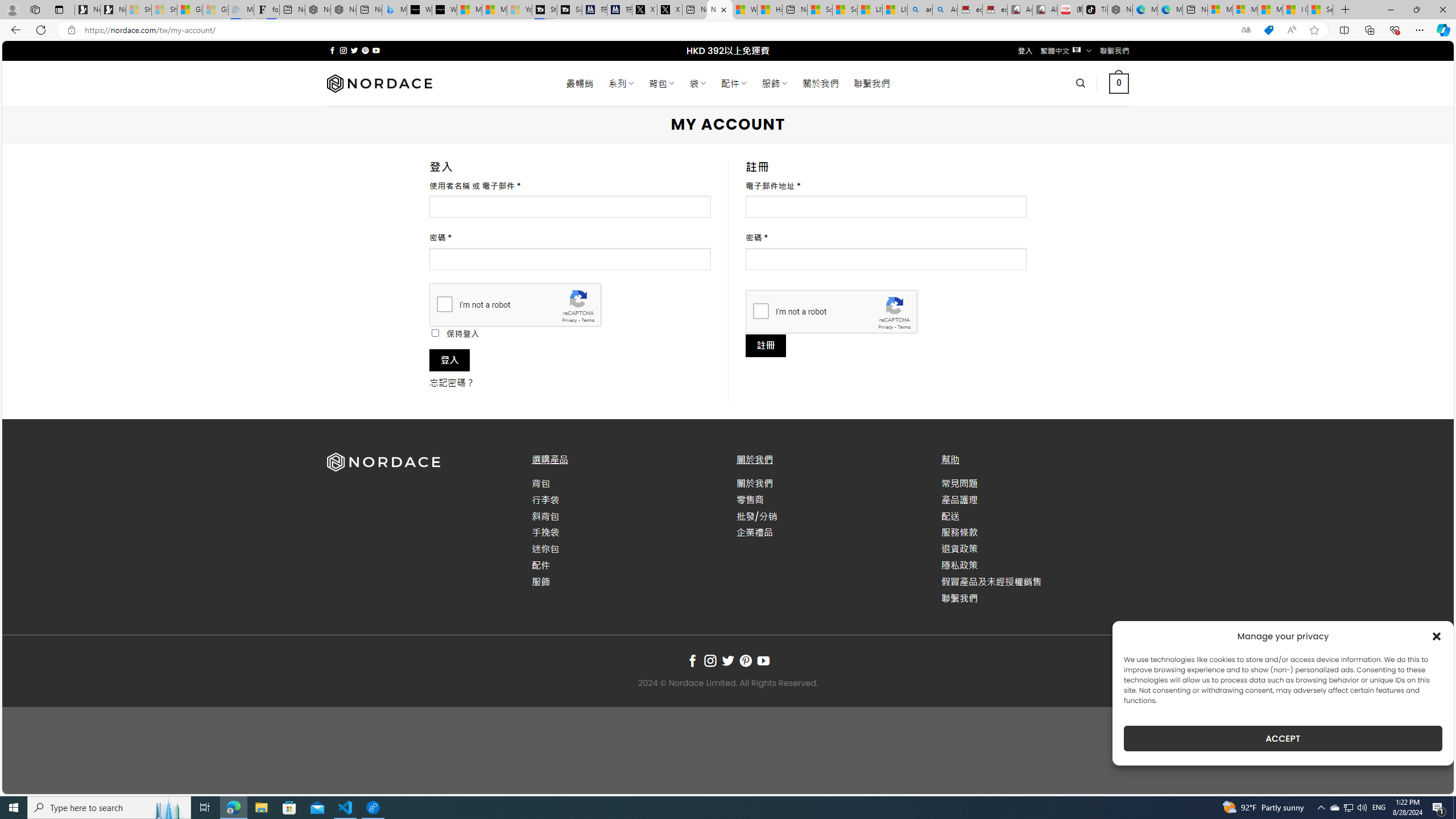  Describe the element at coordinates (904, 326) in the screenshot. I see `'Terms'` at that location.